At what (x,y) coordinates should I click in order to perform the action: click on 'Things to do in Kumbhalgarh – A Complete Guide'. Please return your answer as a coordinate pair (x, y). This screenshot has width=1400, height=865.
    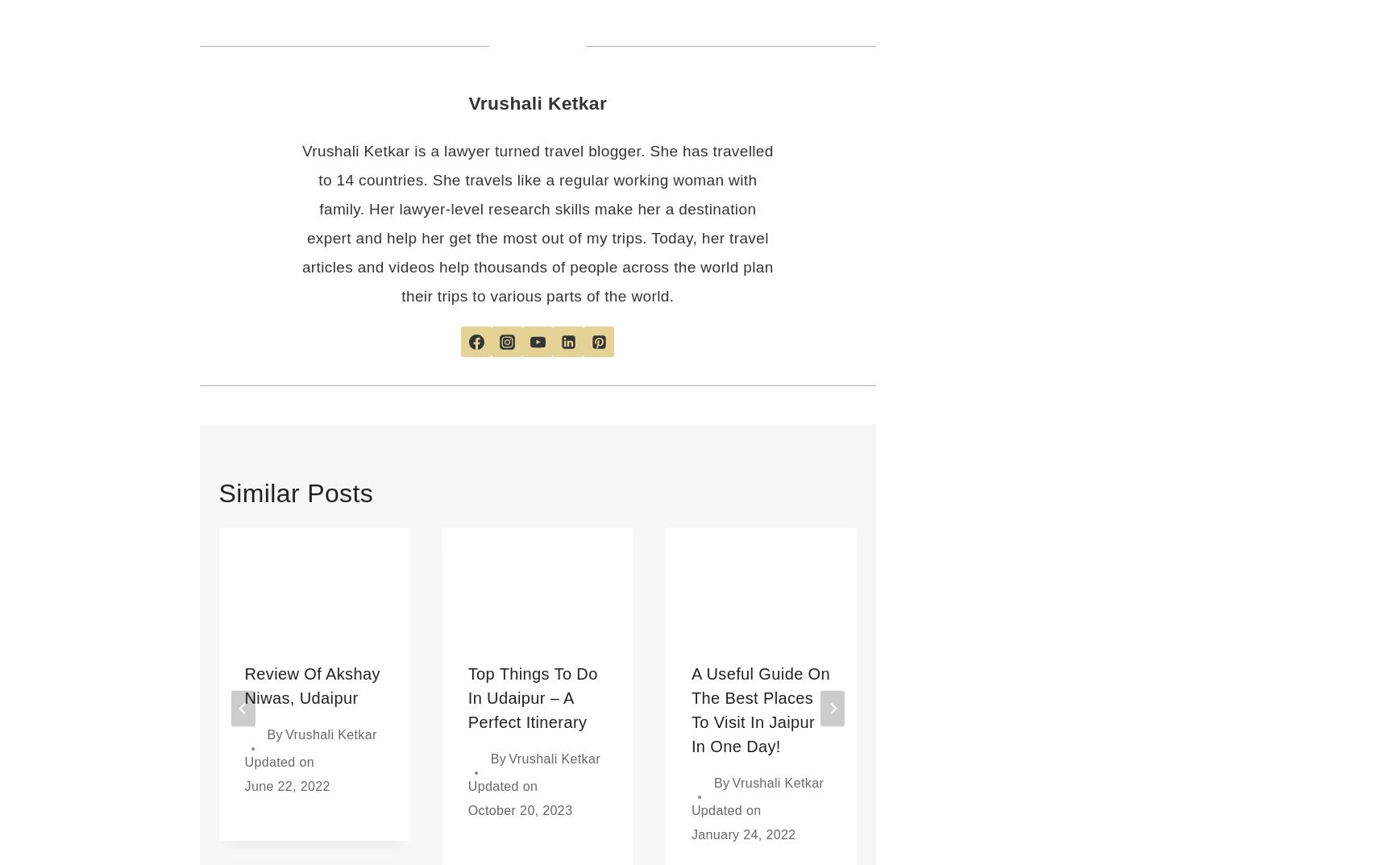
    Looking at the image, I should click on (1202, 697).